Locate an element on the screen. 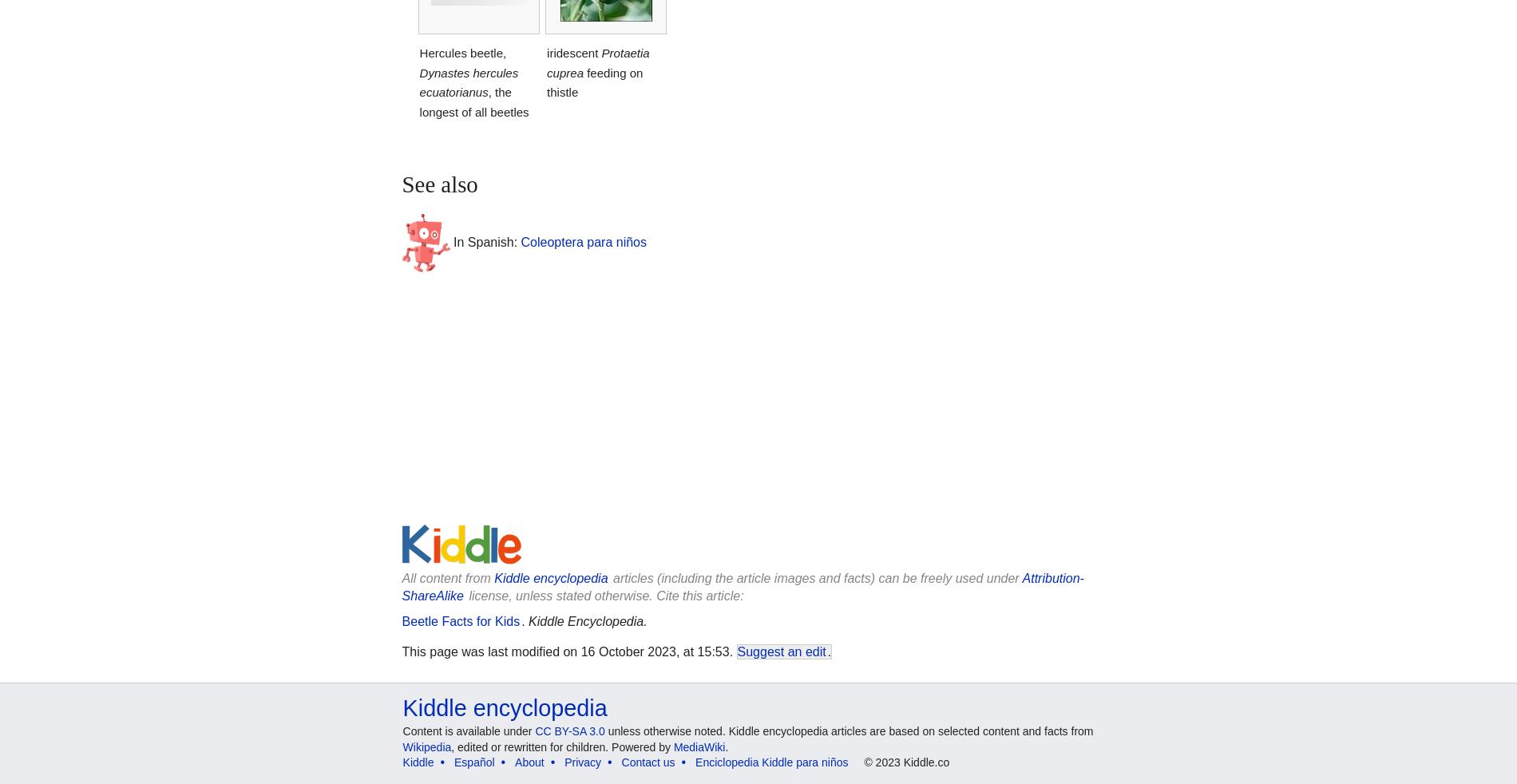 The height and width of the screenshot is (784, 1517). 'unless otherwise noted. 
Kiddle encyclopedia articles are based on selected content and facts from' is located at coordinates (849, 731).